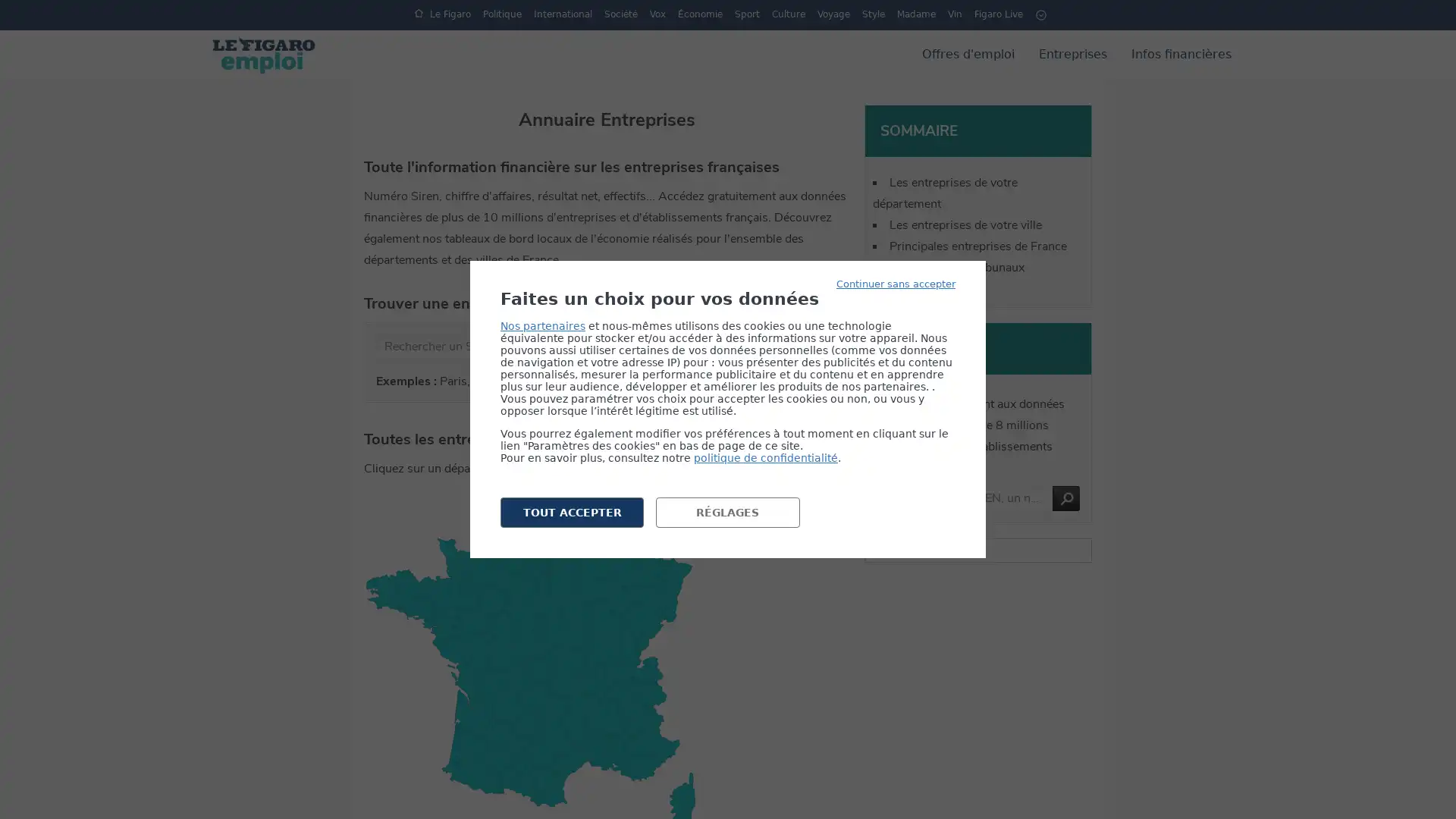 Image resolution: width=1456 pixels, height=819 pixels. Describe the element at coordinates (729, 347) in the screenshot. I see `Rechercher` at that location.